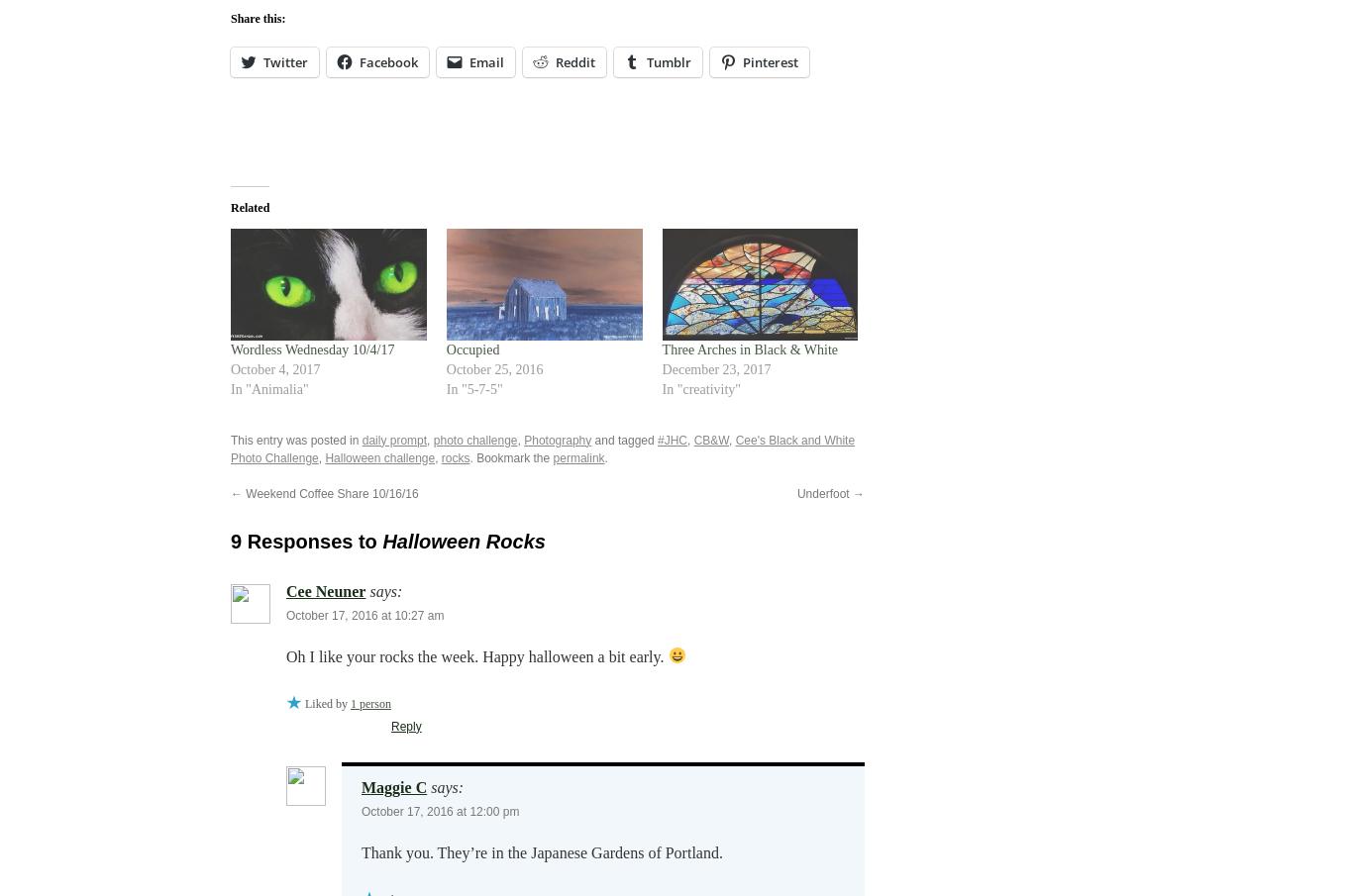  Describe the element at coordinates (231, 438) in the screenshot. I see `'This entry was posted in'` at that location.